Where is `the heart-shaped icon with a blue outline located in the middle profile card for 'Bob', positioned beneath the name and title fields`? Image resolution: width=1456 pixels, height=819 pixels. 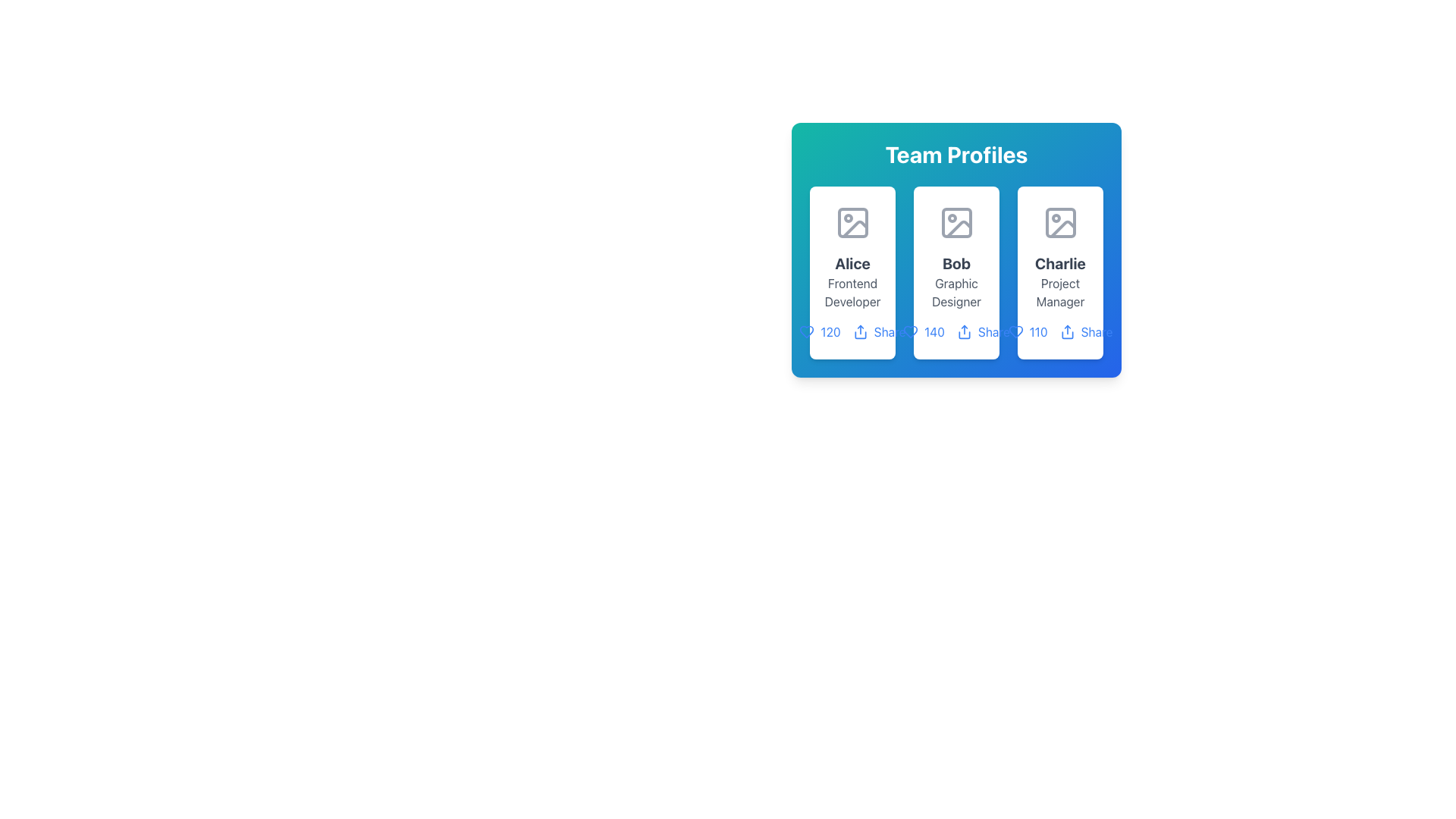 the heart-shaped icon with a blue outline located in the middle profile card for 'Bob', positioned beneath the name and title fields is located at coordinates (910, 331).